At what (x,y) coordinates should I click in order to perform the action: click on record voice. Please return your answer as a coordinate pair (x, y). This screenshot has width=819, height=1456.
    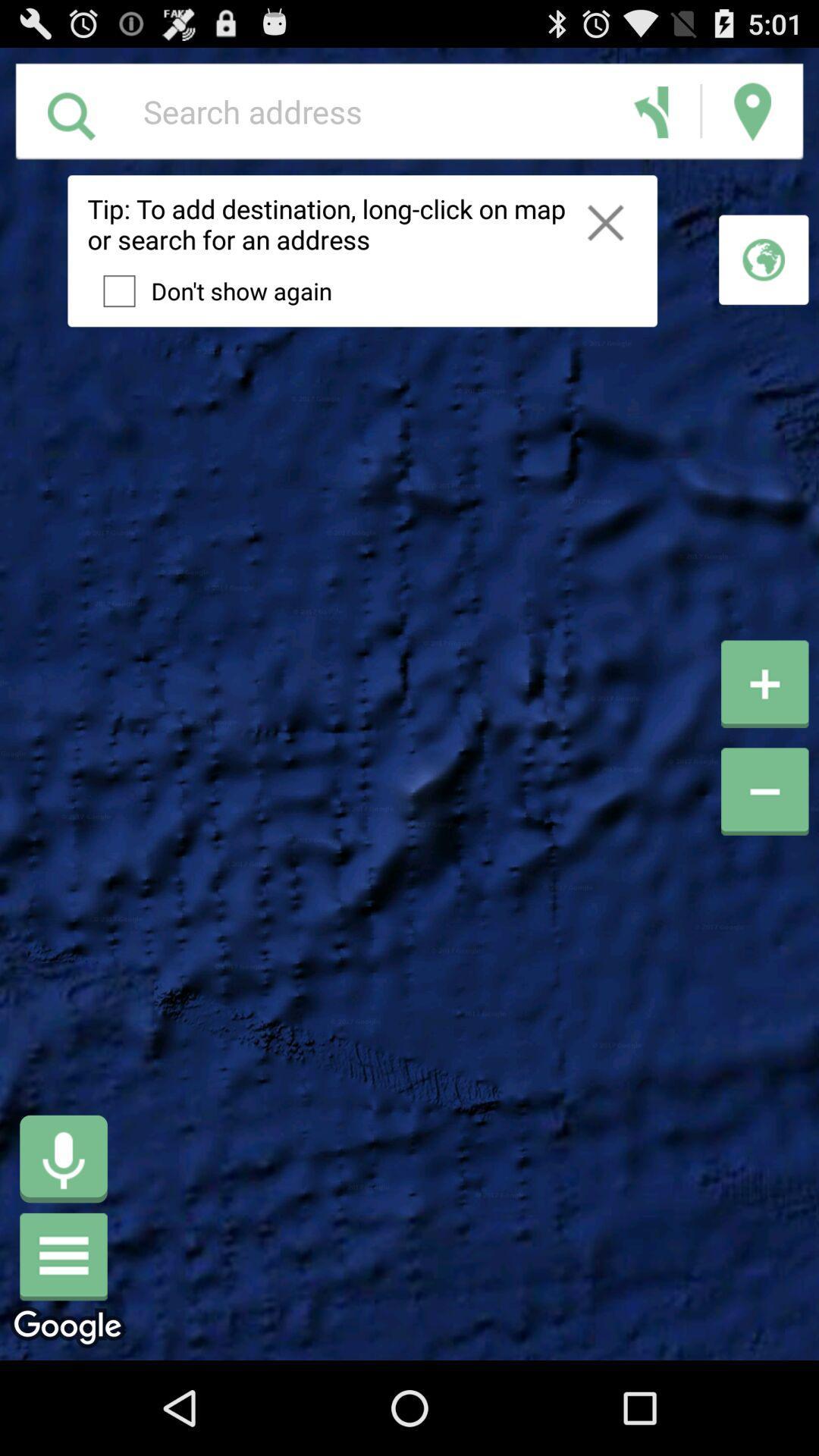
    Looking at the image, I should click on (63, 1158).